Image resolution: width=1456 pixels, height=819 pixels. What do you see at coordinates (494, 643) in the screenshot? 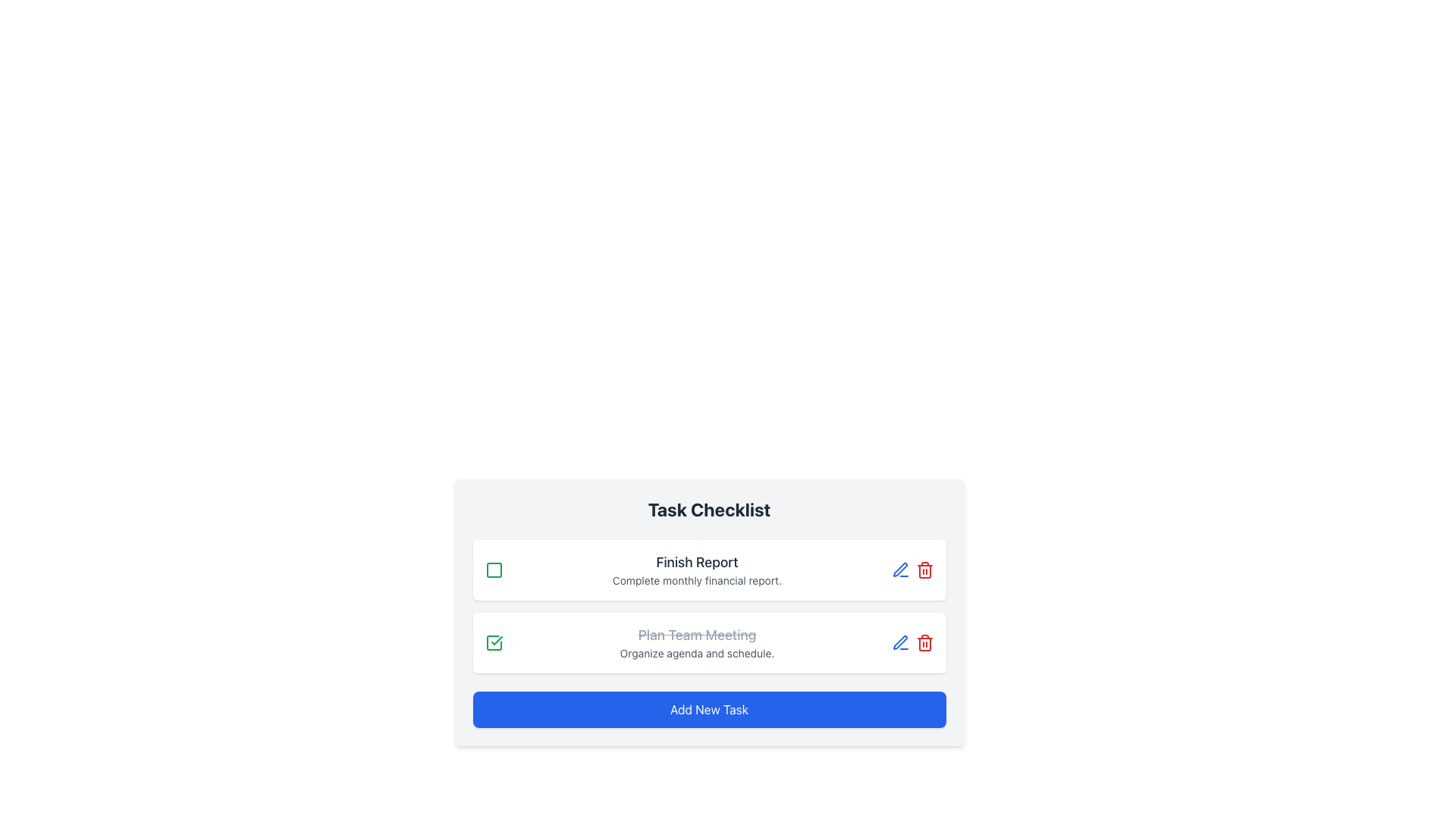
I see `the checkbox in the second task row of the checklist` at bounding box center [494, 643].